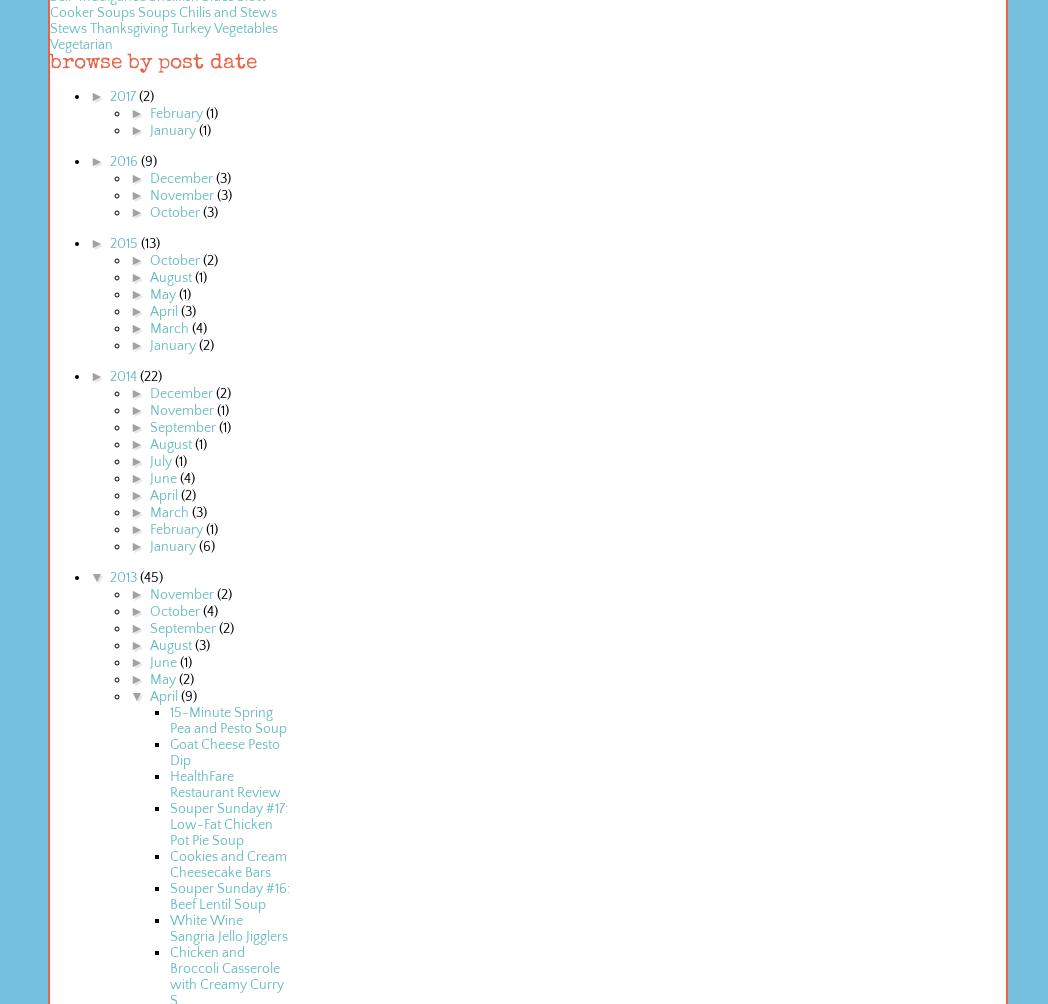 This screenshot has height=1004, width=1048. What do you see at coordinates (122, 96) in the screenshot?
I see `'2017'` at bounding box center [122, 96].